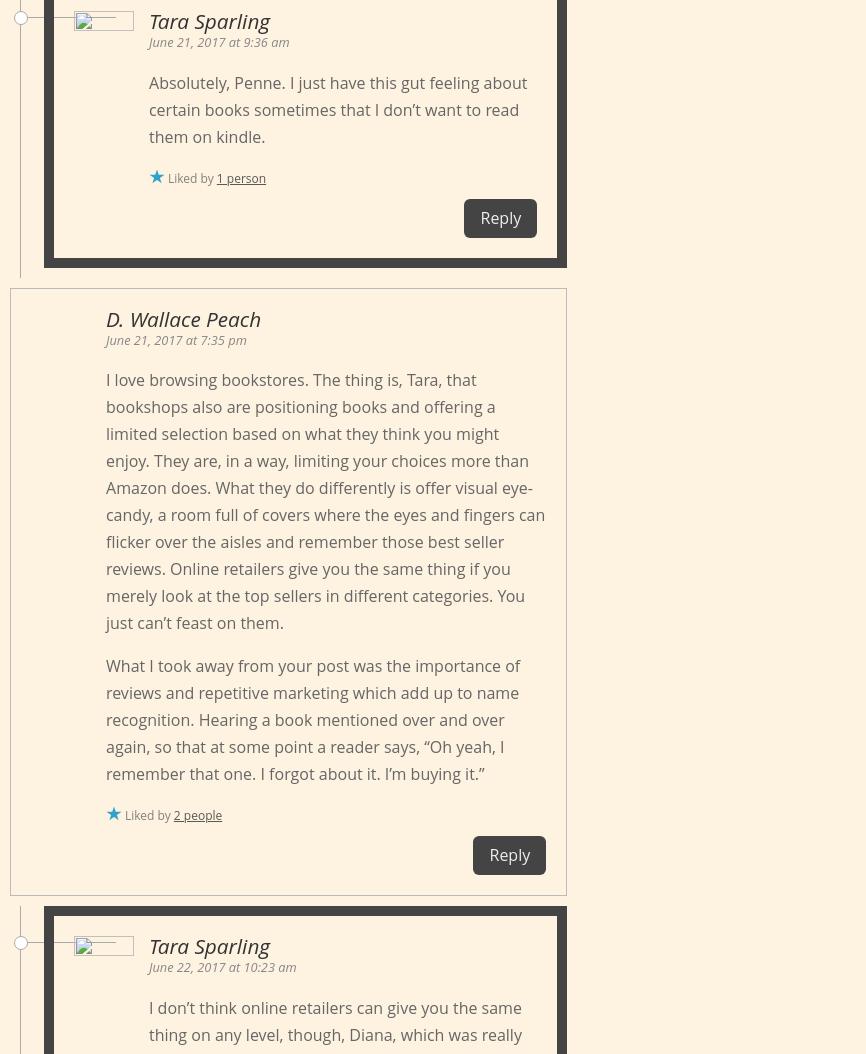  What do you see at coordinates (218, 41) in the screenshot?
I see `'June 21, 2017 at 9:36 am'` at bounding box center [218, 41].